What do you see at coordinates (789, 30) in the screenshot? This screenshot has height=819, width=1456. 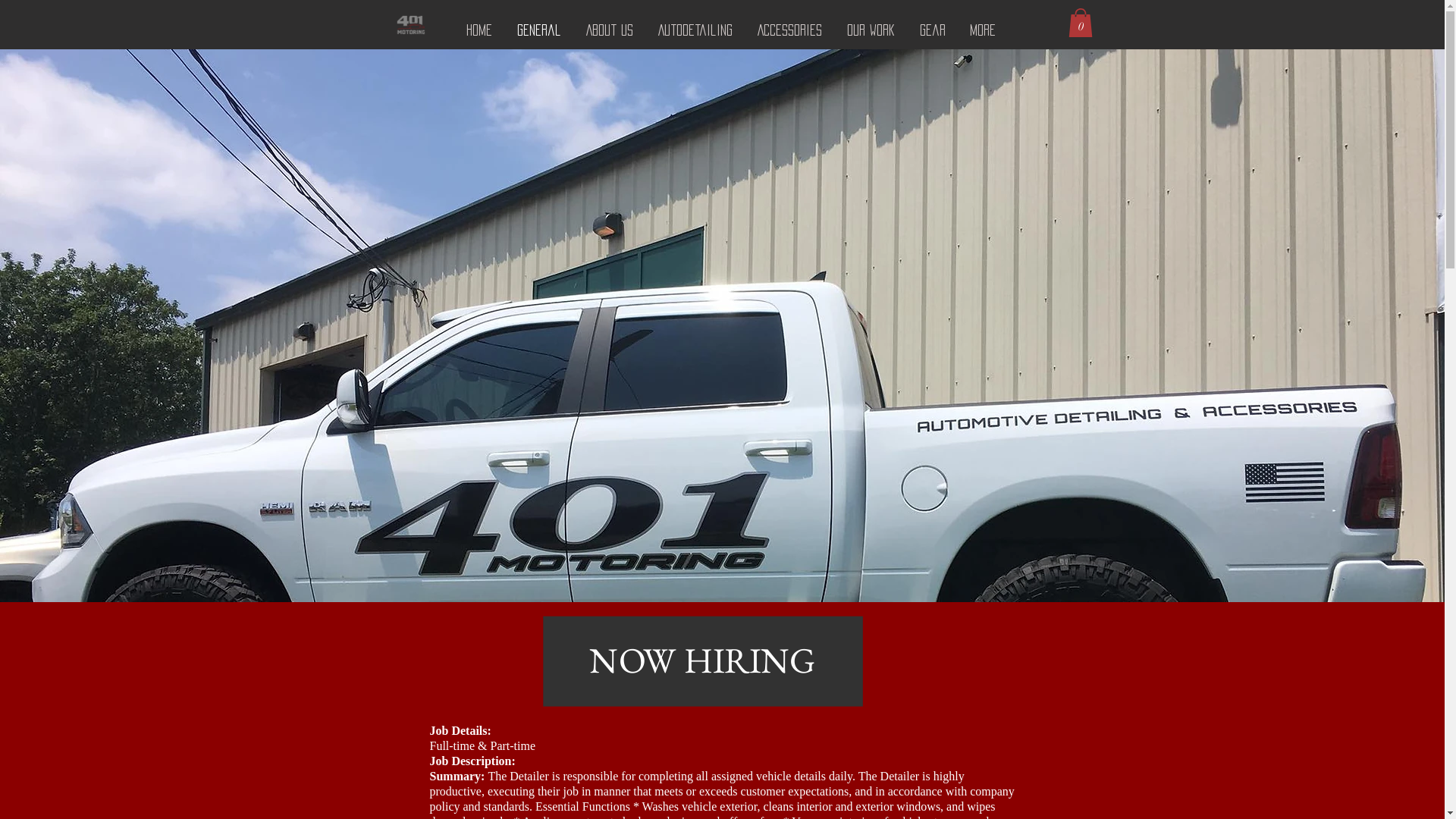 I see `'ACCESSORIES'` at bounding box center [789, 30].